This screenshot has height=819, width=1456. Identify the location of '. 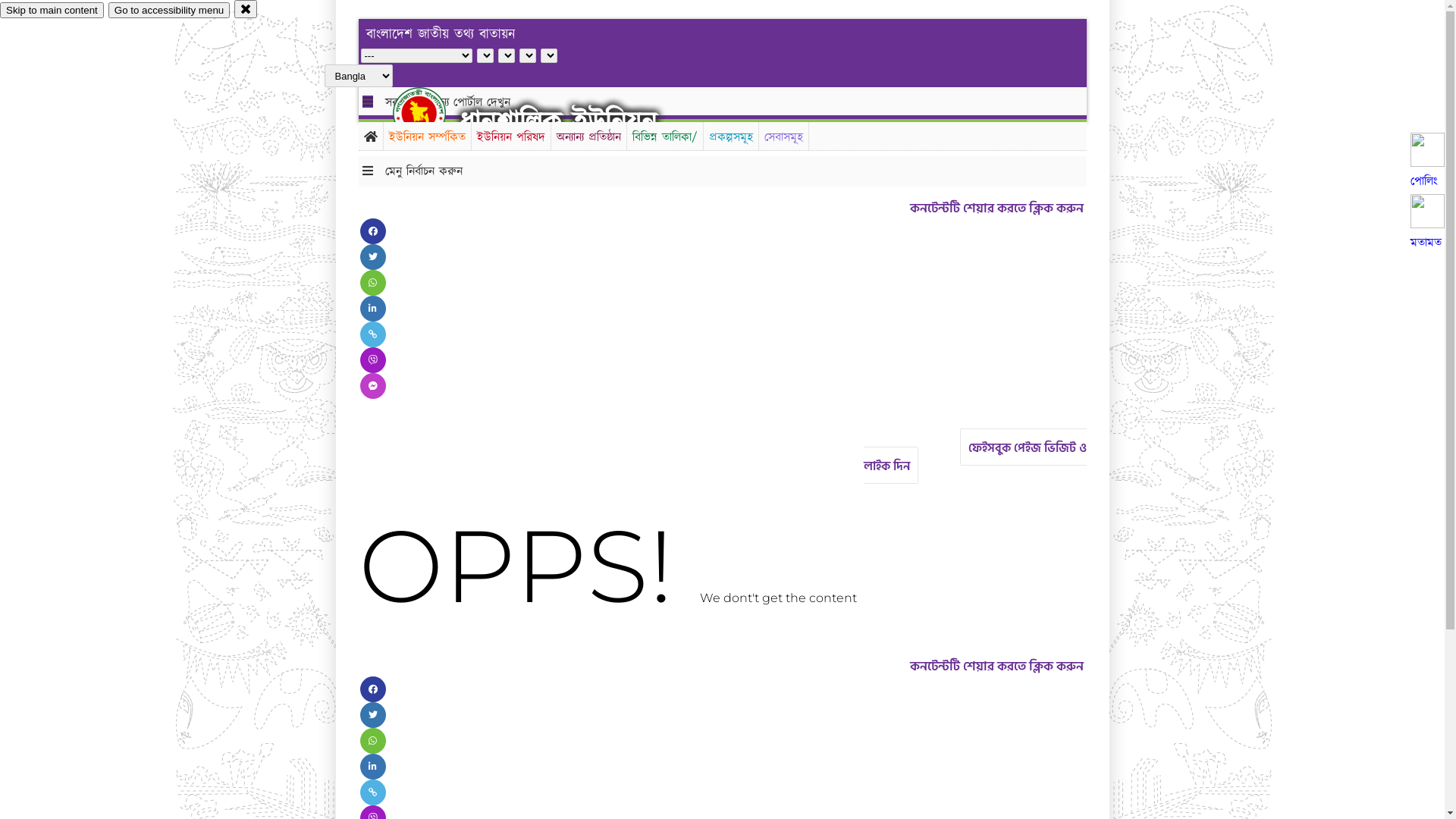
(431, 112).